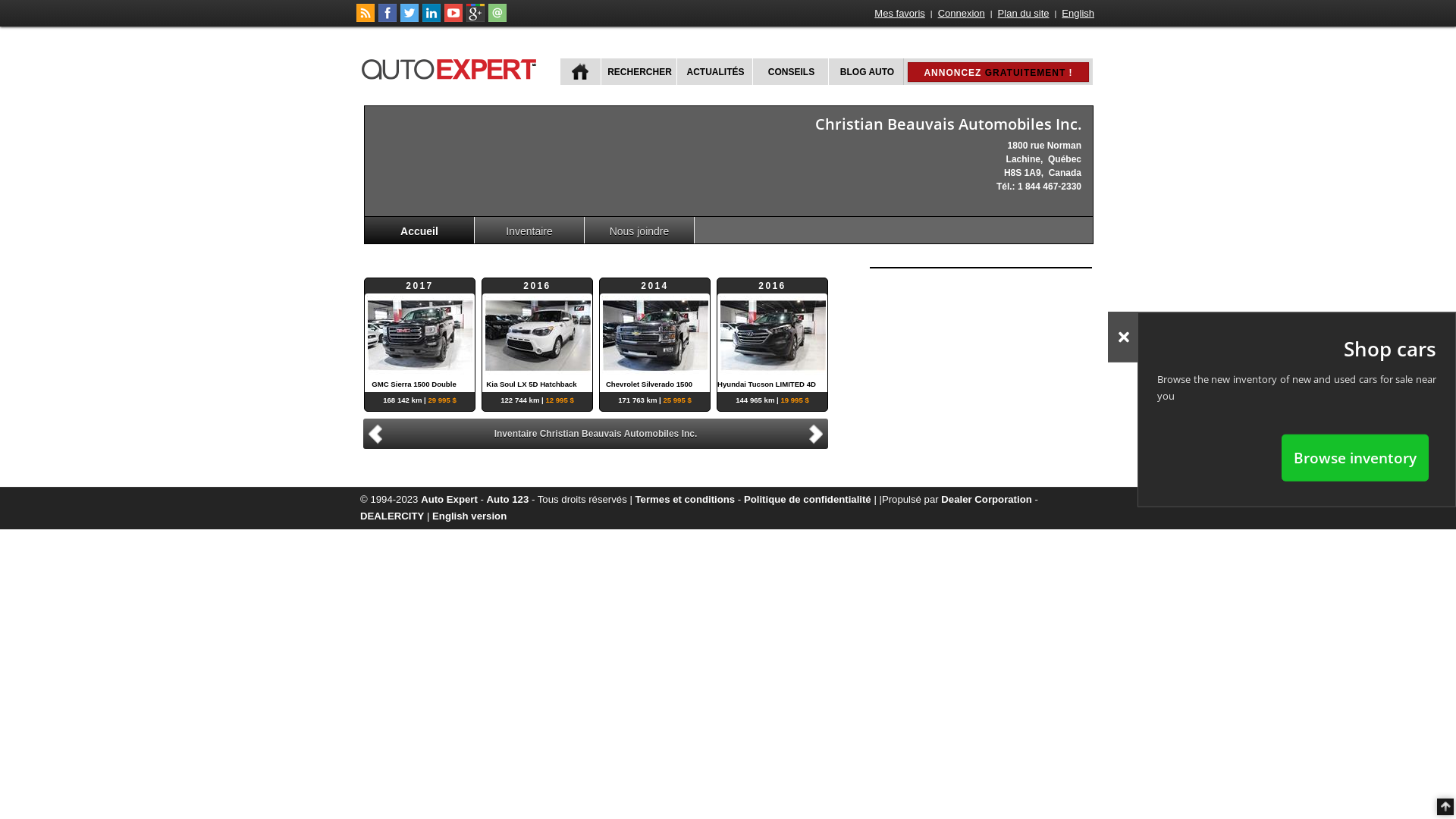 This screenshot has width=1456, height=819. Describe the element at coordinates (387, 18) in the screenshot. I see `'Suivez autoExpert.ca sur Facebook'` at that location.